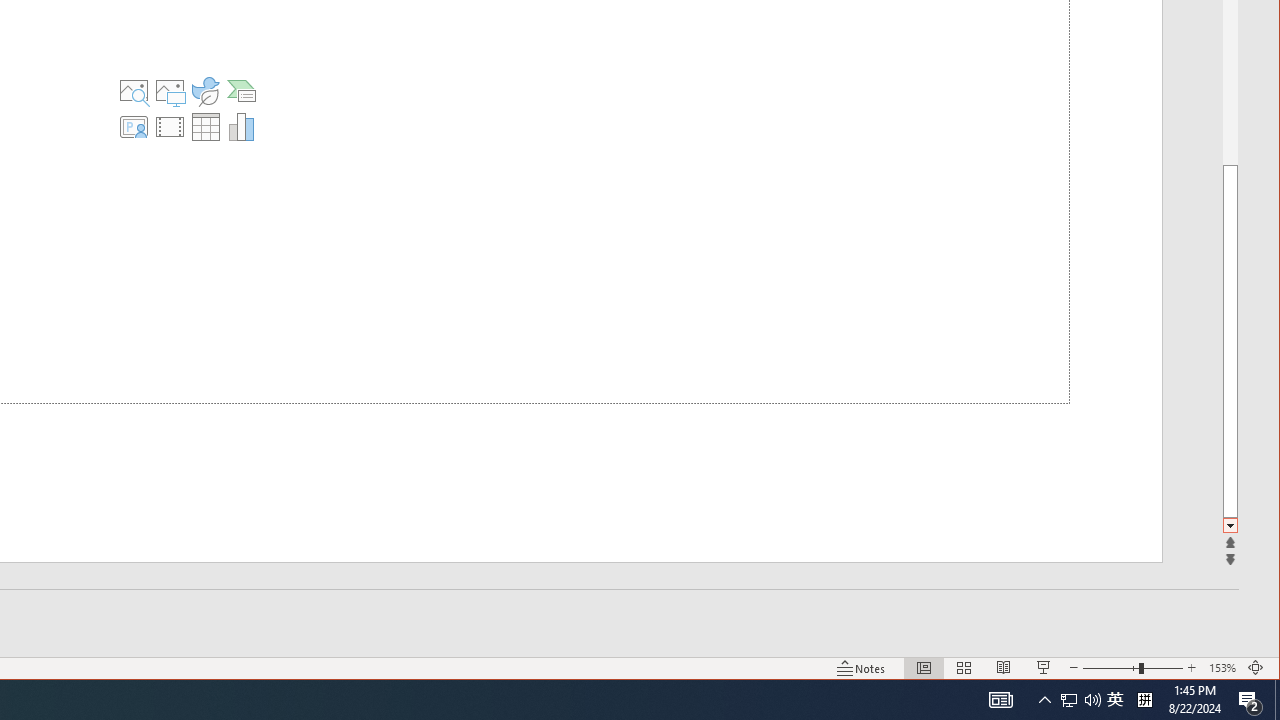  What do you see at coordinates (241, 127) in the screenshot?
I see `'Insert Chart'` at bounding box center [241, 127].